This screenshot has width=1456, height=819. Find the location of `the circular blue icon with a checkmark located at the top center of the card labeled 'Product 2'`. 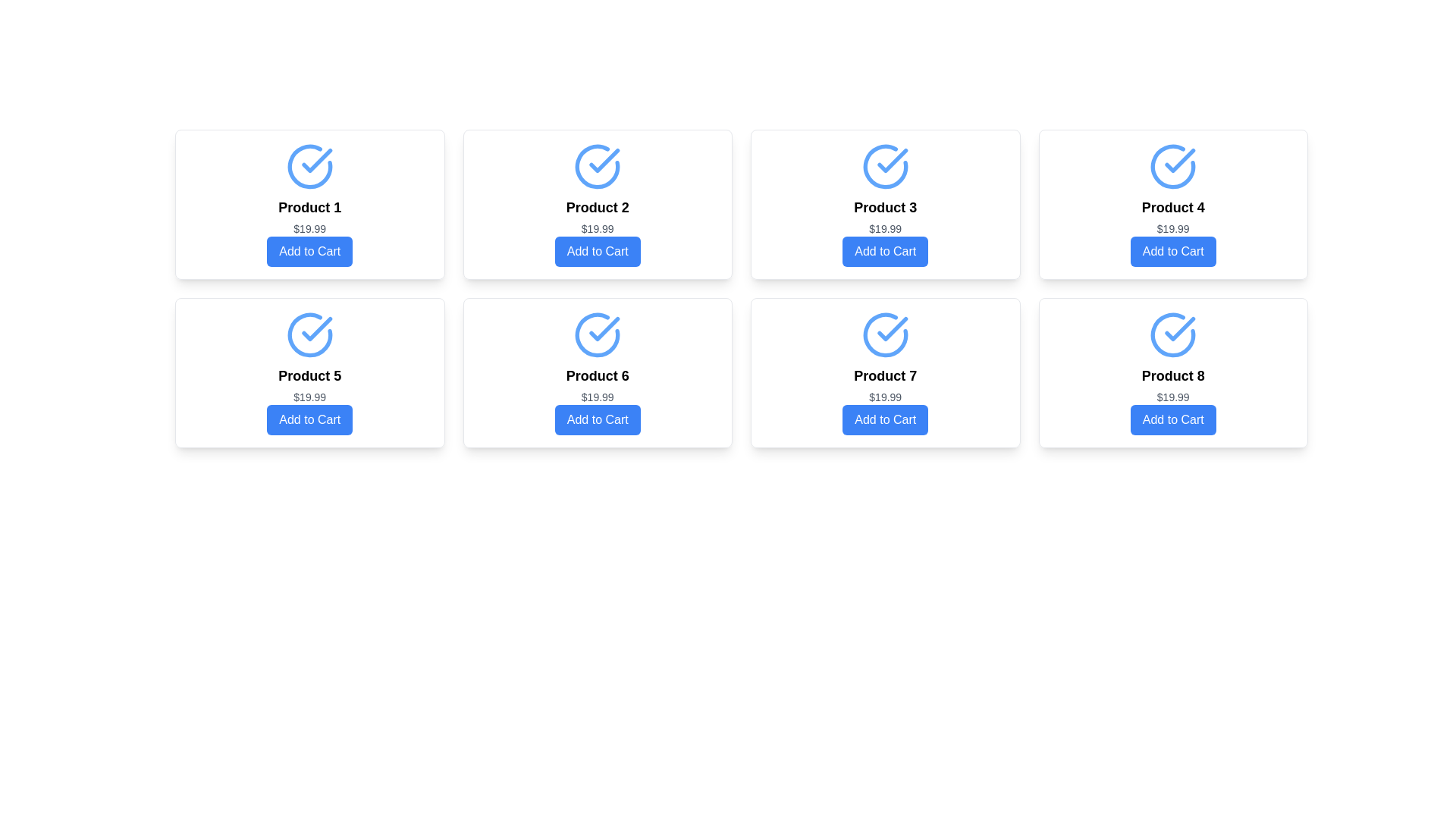

the circular blue icon with a checkmark located at the top center of the card labeled 'Product 2' is located at coordinates (597, 166).